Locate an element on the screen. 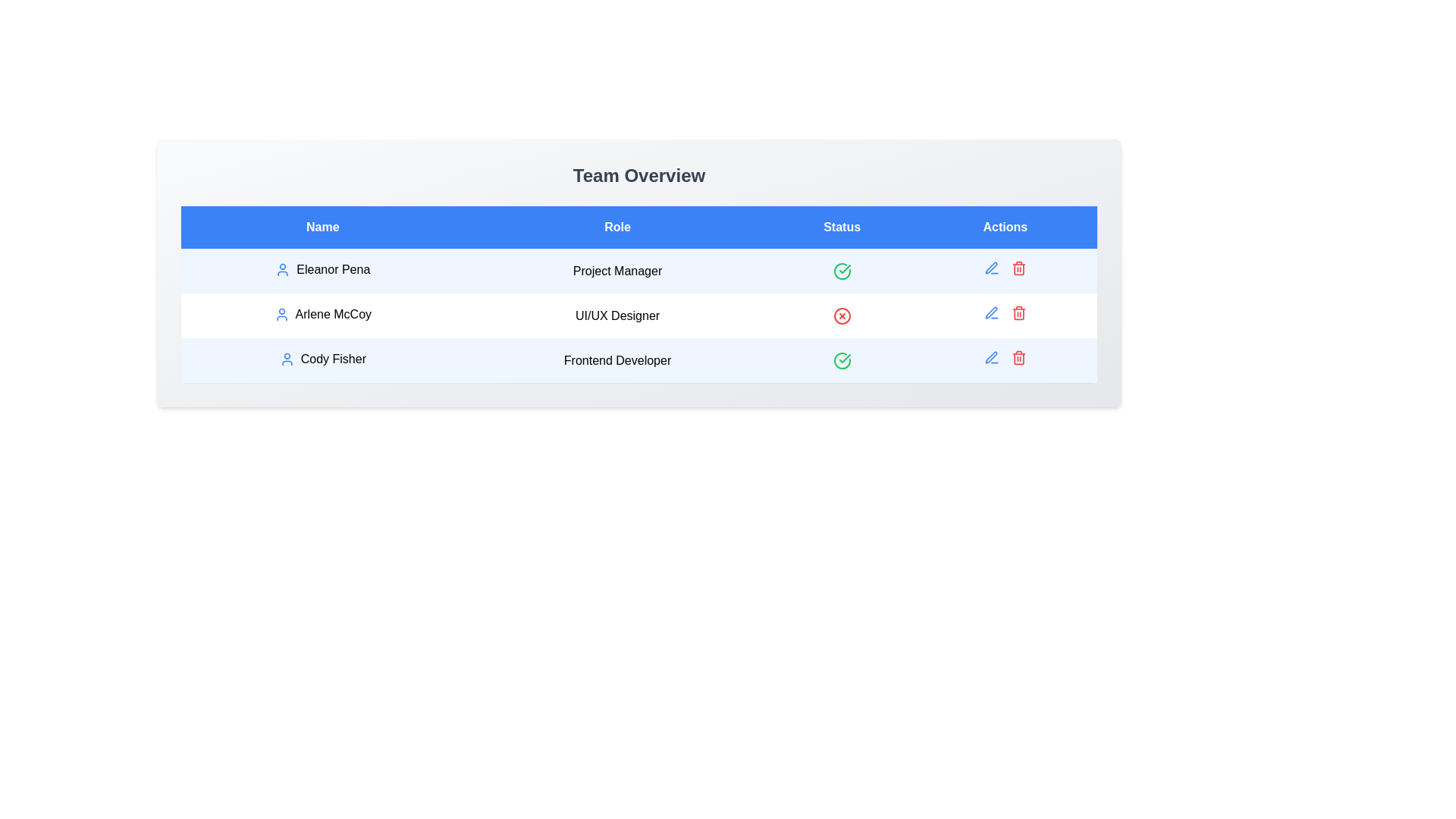  the text label displaying 'UI/UX Designer' located in the second row under the 'Role' column for 'Arlene McCoy.' is located at coordinates (617, 315).